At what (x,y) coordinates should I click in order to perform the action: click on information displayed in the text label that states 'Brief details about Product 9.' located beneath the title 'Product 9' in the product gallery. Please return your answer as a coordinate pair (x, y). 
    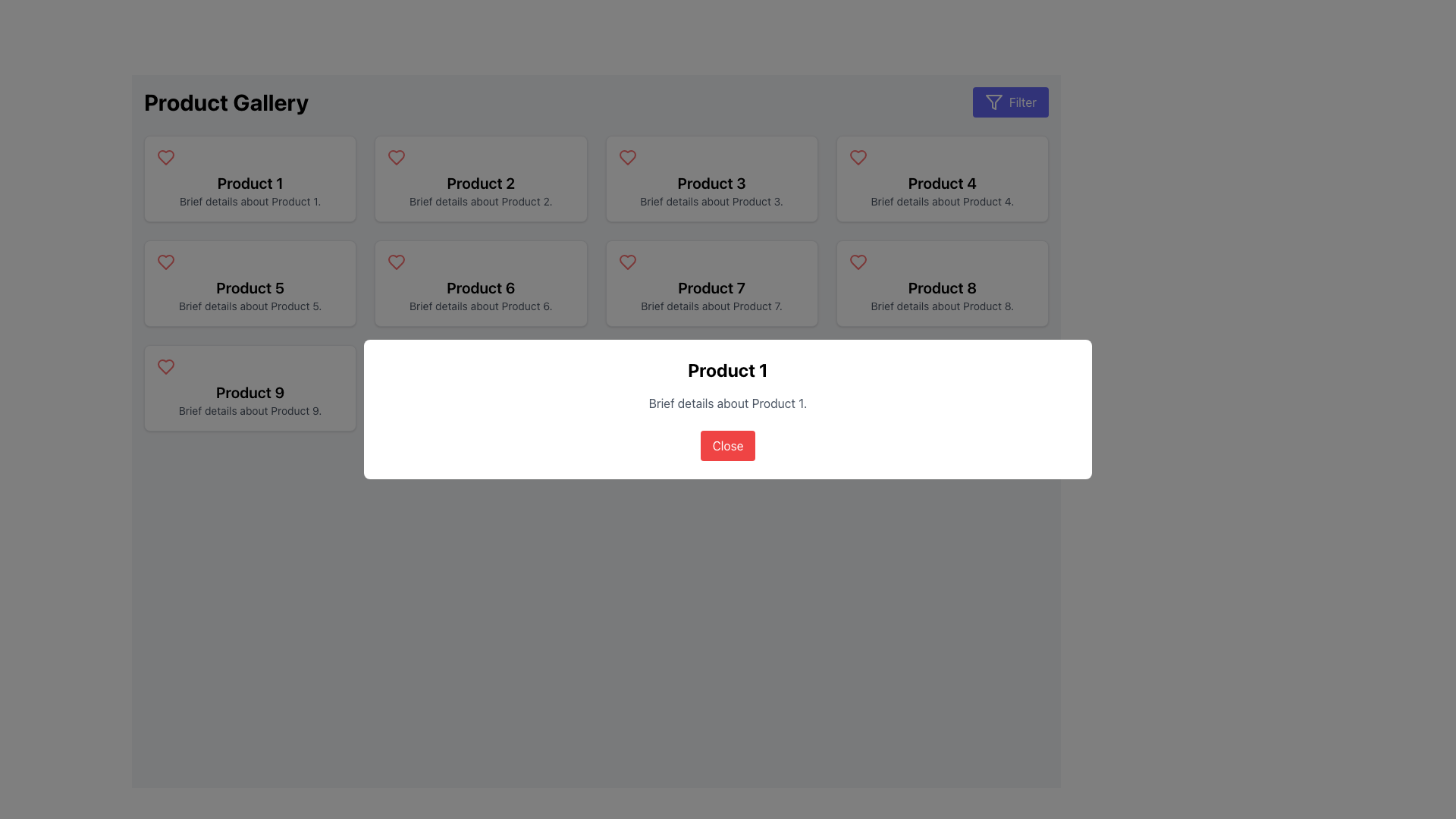
    Looking at the image, I should click on (250, 411).